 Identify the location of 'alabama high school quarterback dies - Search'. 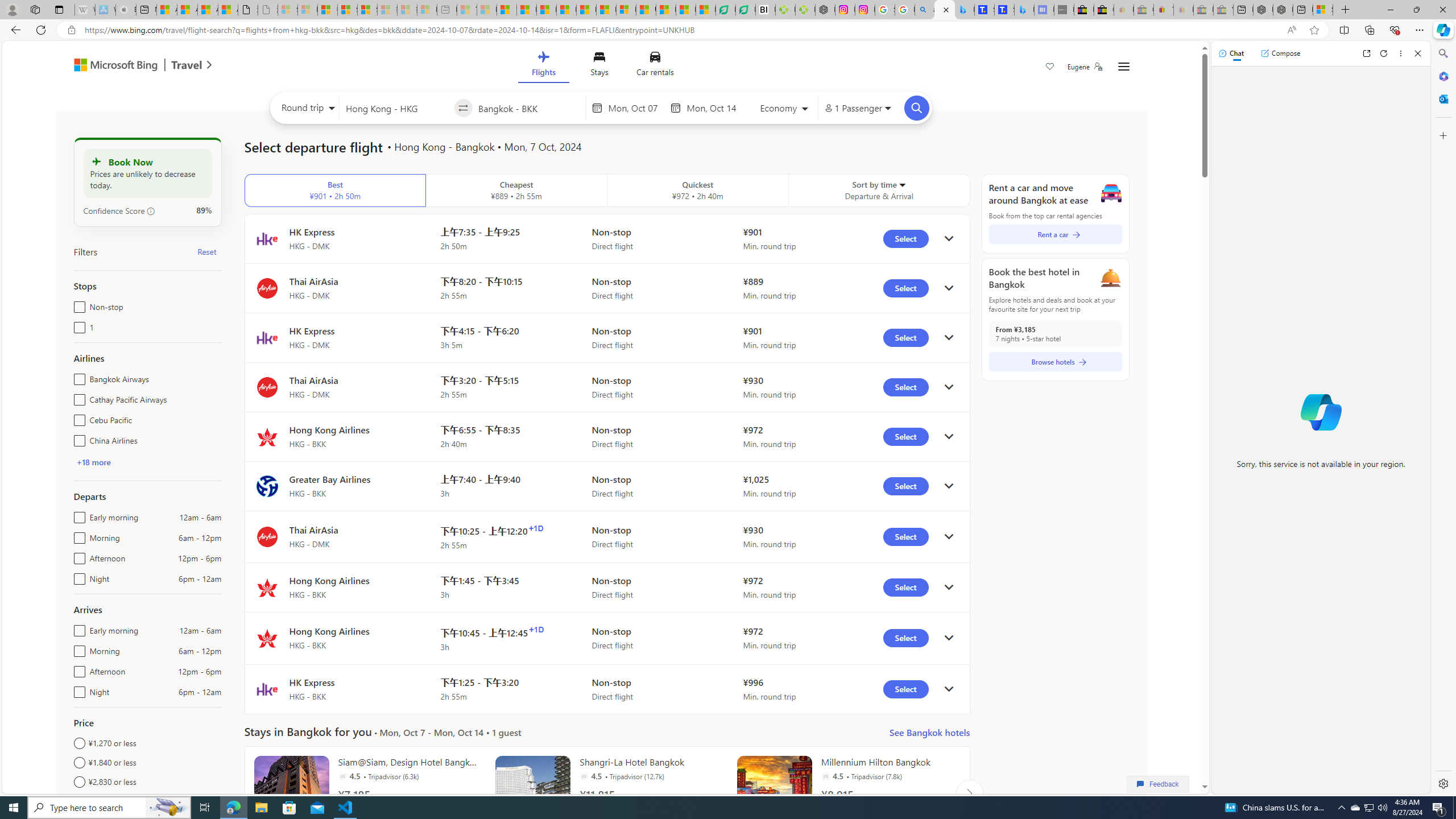
(924, 9).